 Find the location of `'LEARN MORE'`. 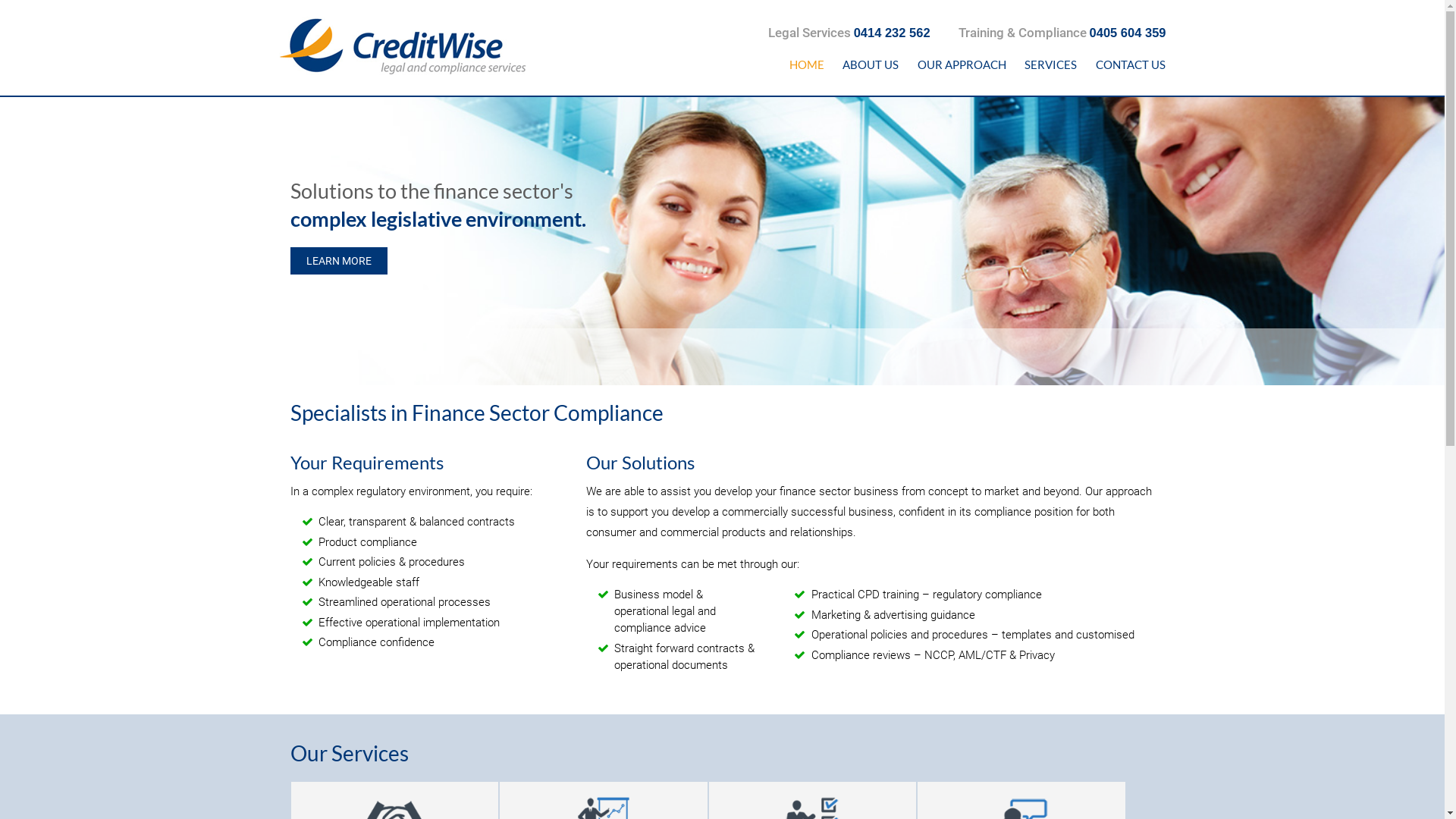

'LEARN MORE' is located at coordinates (290, 260).